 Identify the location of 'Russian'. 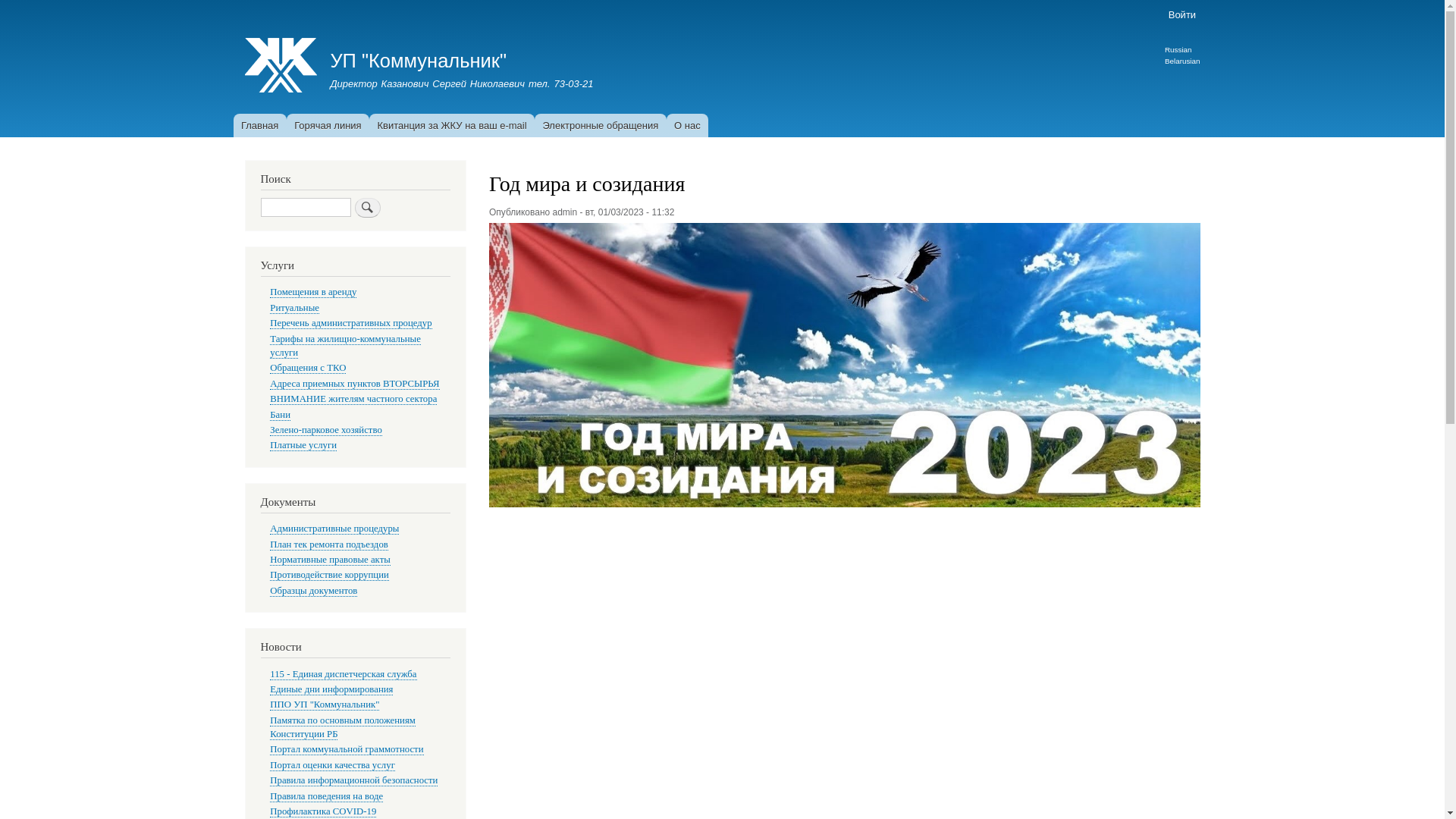
(1178, 49).